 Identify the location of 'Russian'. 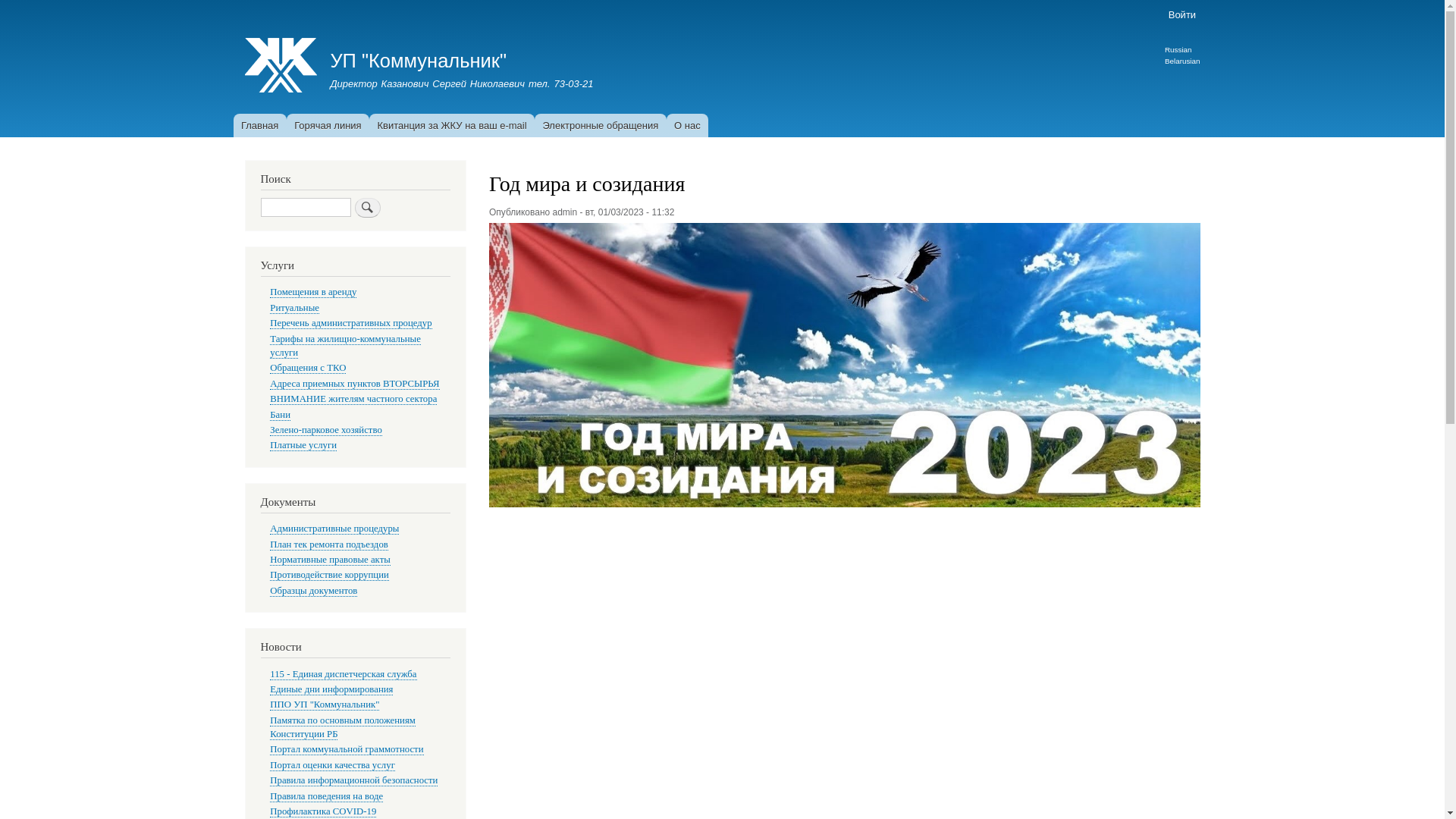
(1178, 49).